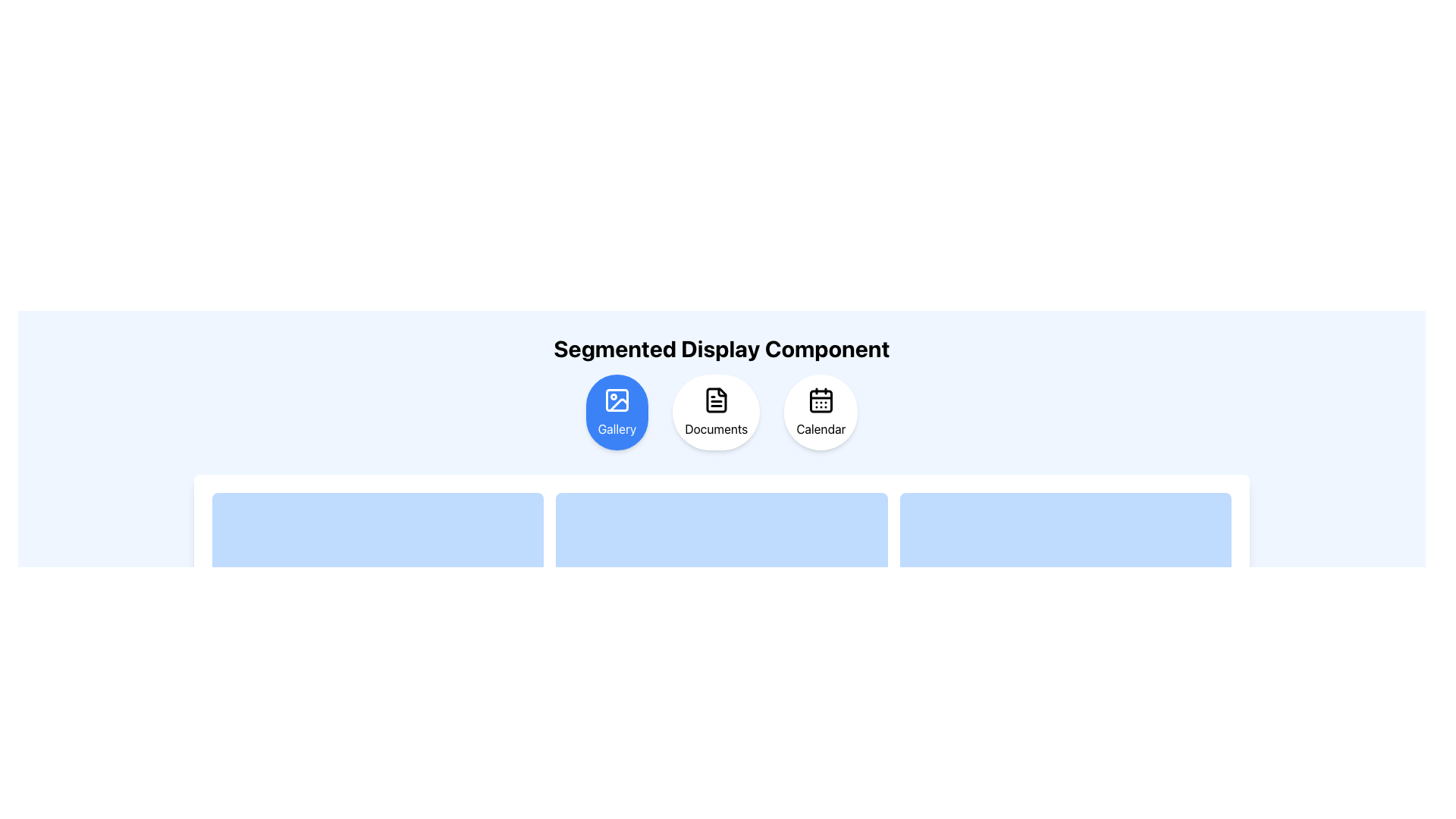 Image resolution: width=1456 pixels, height=819 pixels. Describe the element at coordinates (820, 400) in the screenshot. I see `the 'Calendar' icon within the segmented selection component` at that location.